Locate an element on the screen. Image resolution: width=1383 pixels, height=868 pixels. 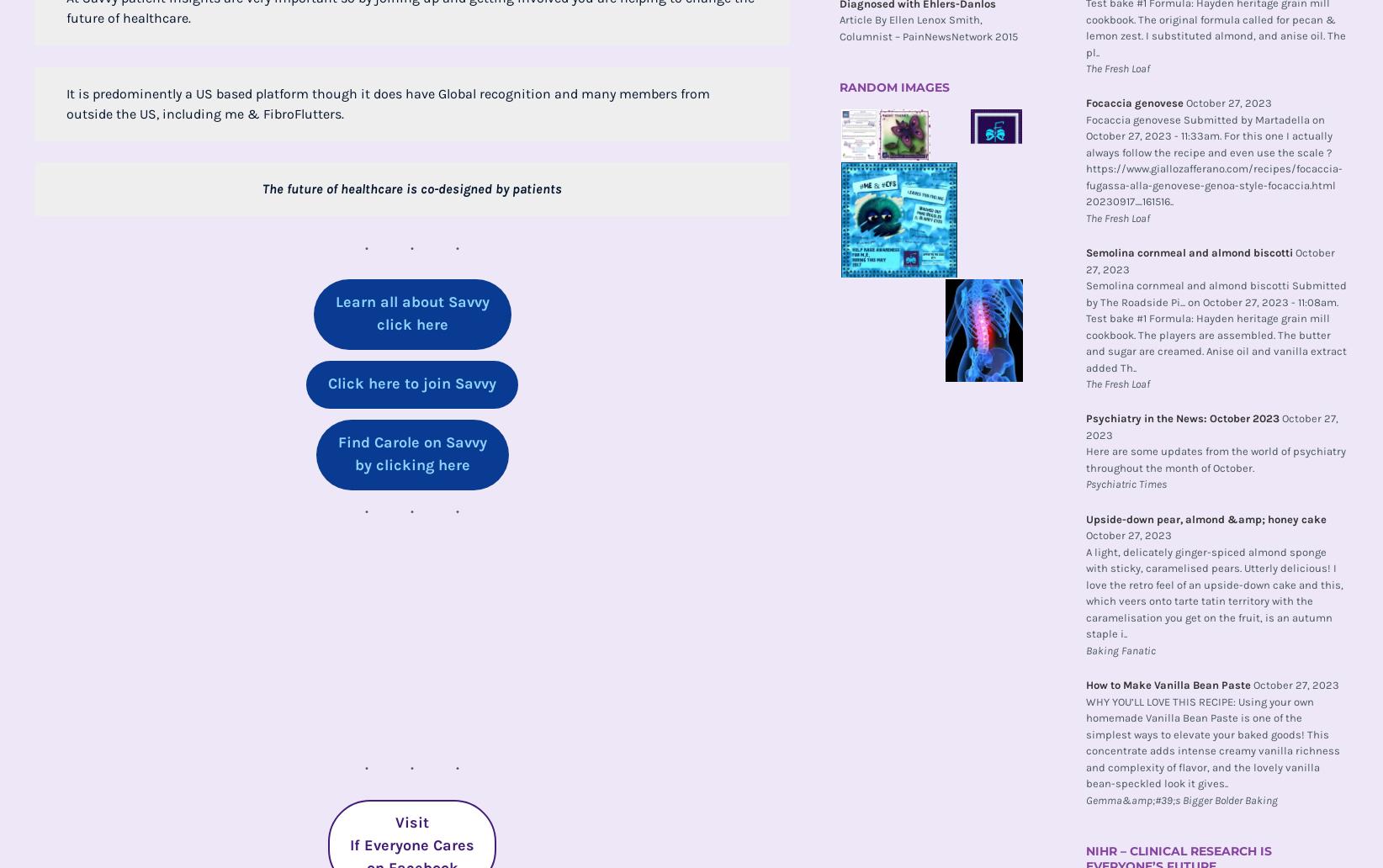
'Semolina cornmeal and almond biscotti' is located at coordinates (1085, 252).